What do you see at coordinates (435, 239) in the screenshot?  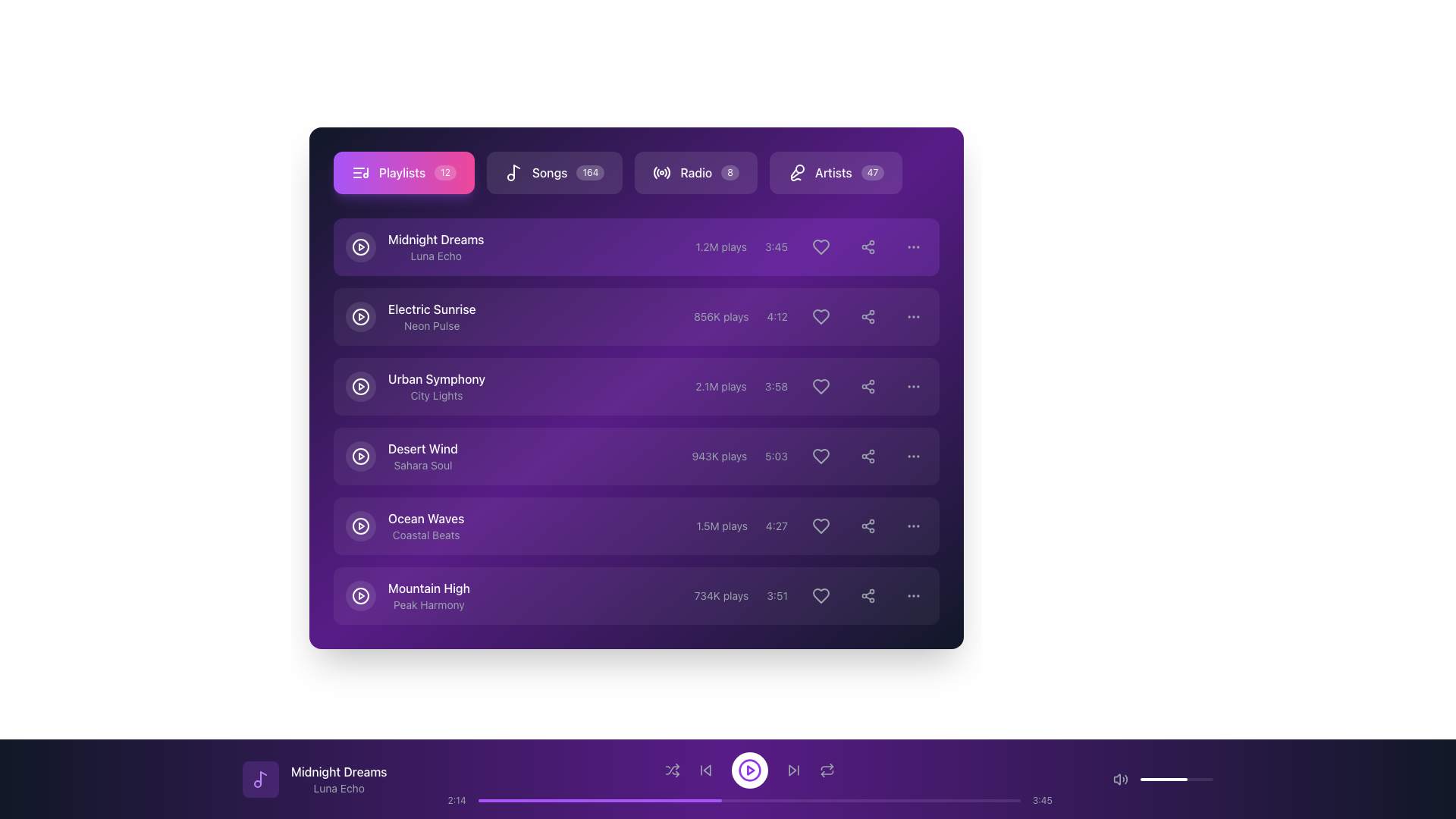 I see `text label 'Midnight Dreams' which is styled in bold white font and prominently displayed on a purple background as the first entry in the playlist view` at bounding box center [435, 239].